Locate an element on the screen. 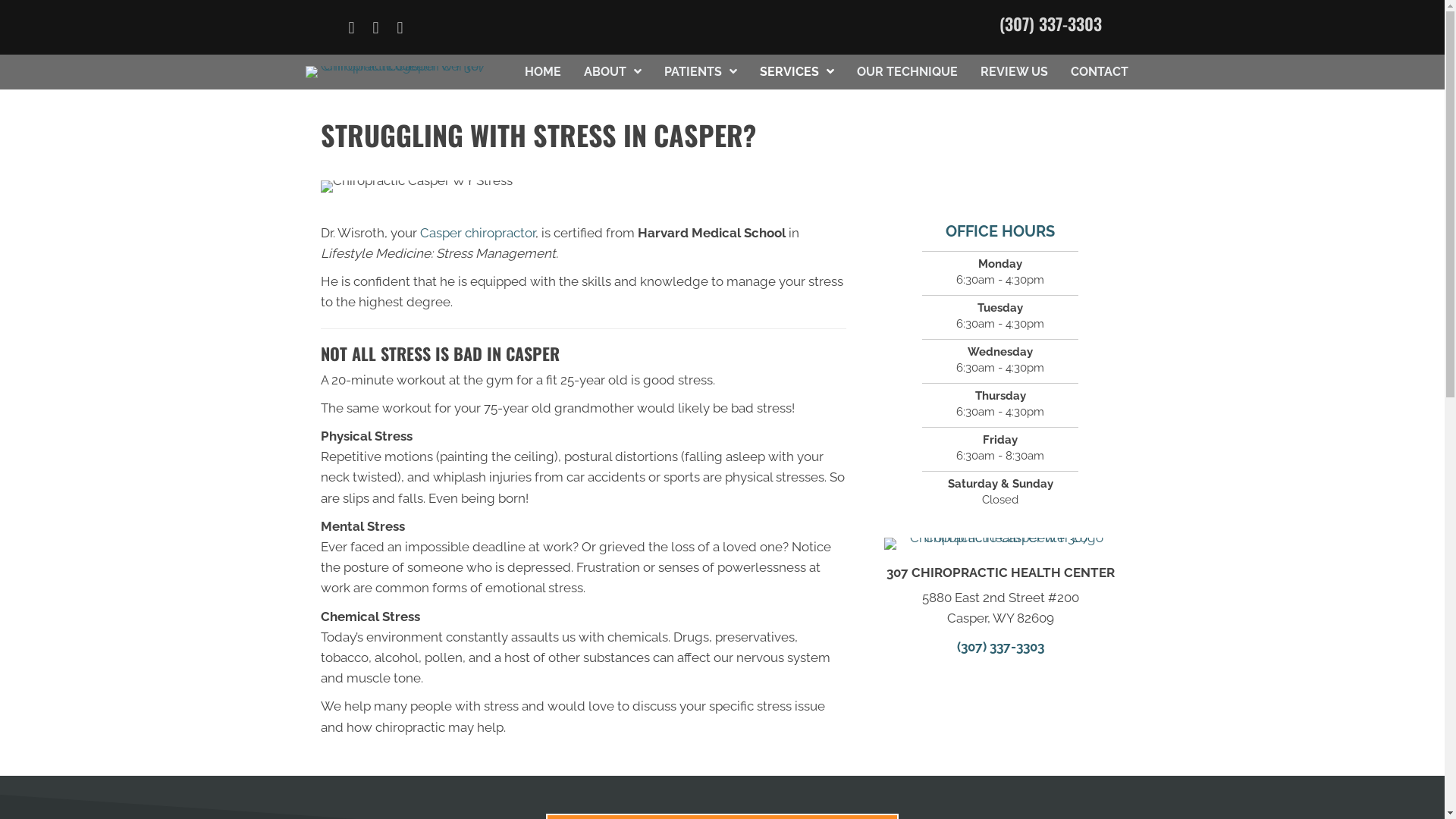  '(307) 337-3303' is located at coordinates (999, 23).